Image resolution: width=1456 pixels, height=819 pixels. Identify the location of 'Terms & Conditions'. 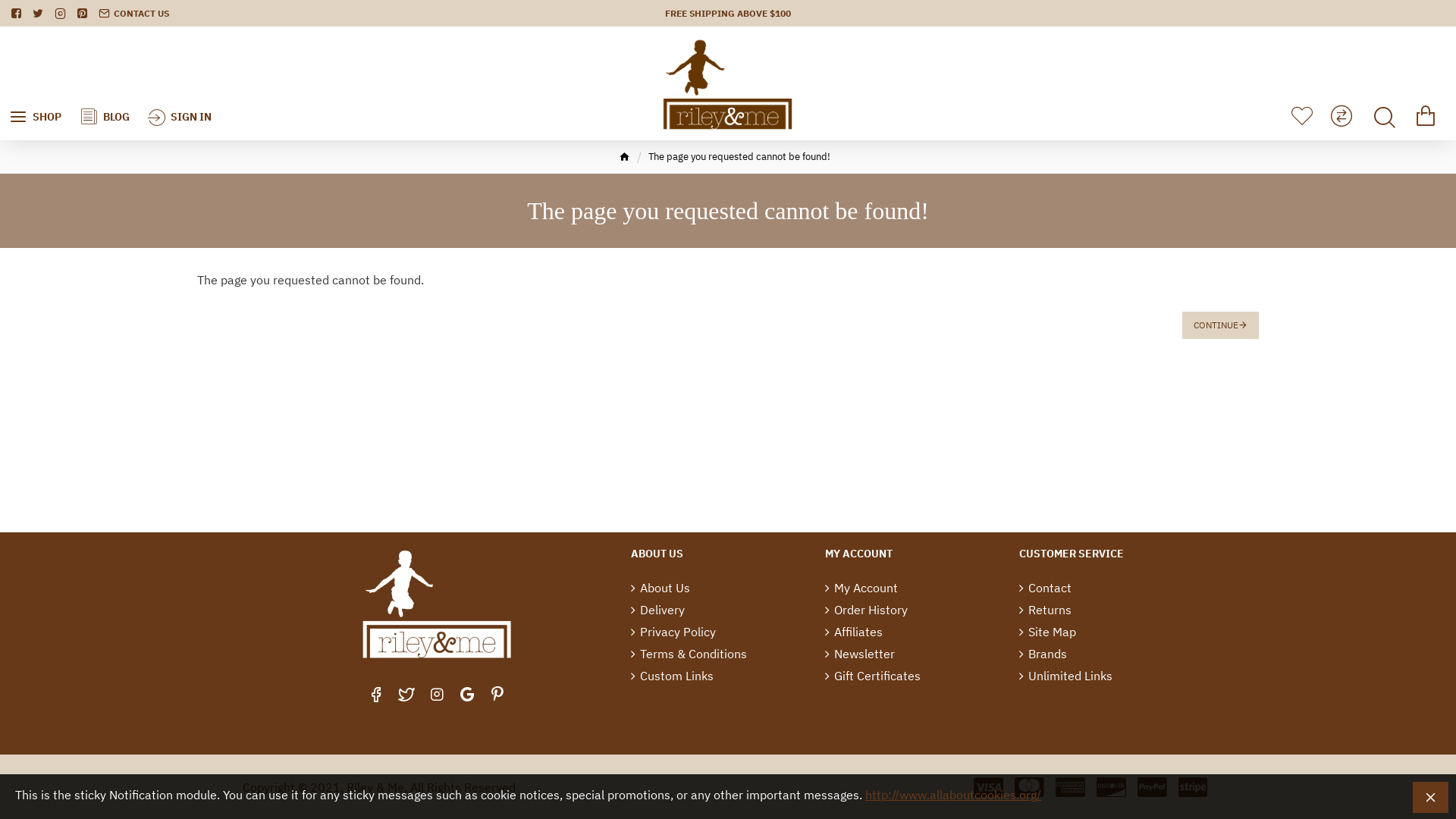
(688, 654).